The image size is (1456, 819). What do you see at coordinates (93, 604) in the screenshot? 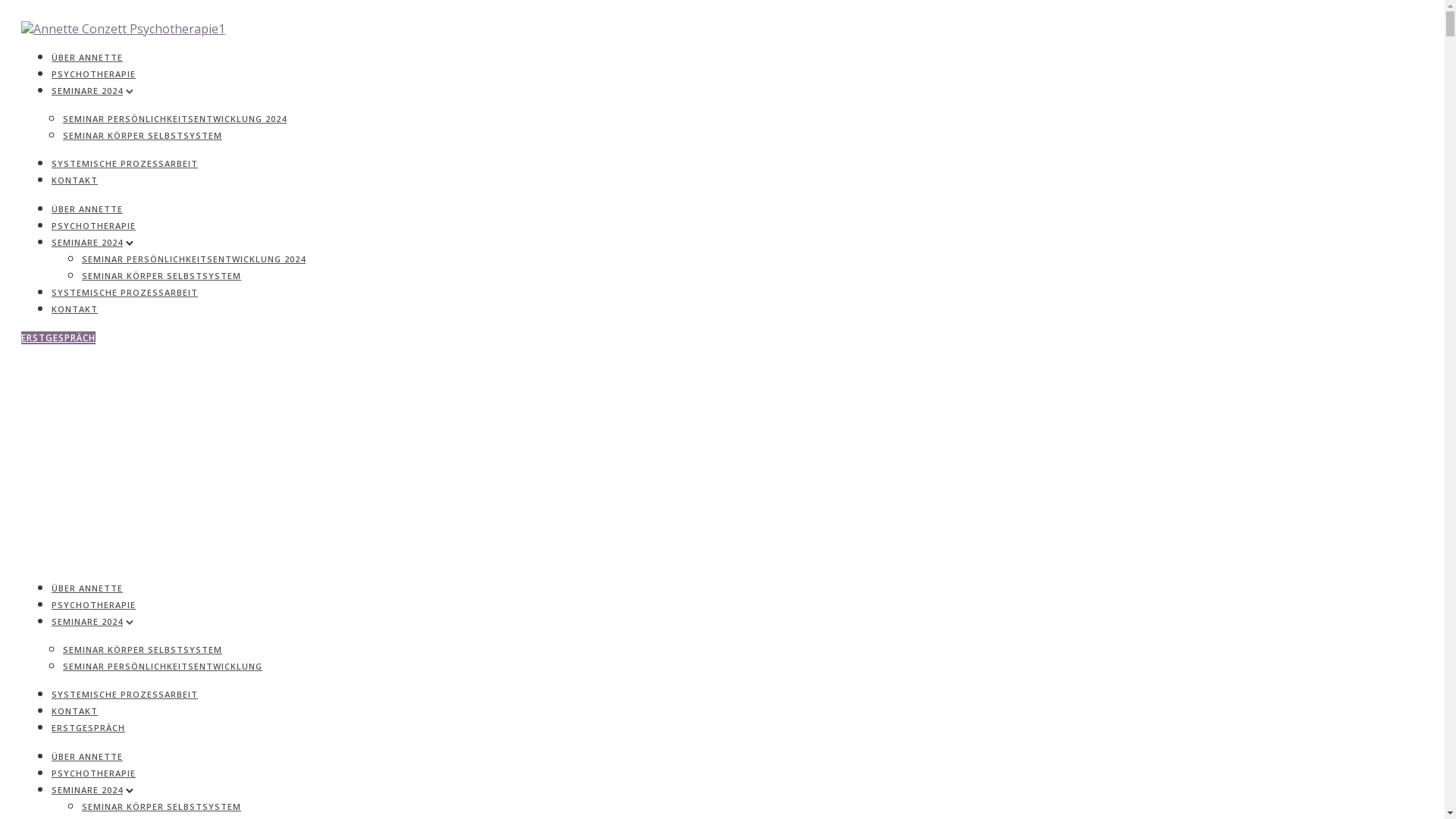
I see `'PSYCHOTHERAPIE'` at bounding box center [93, 604].